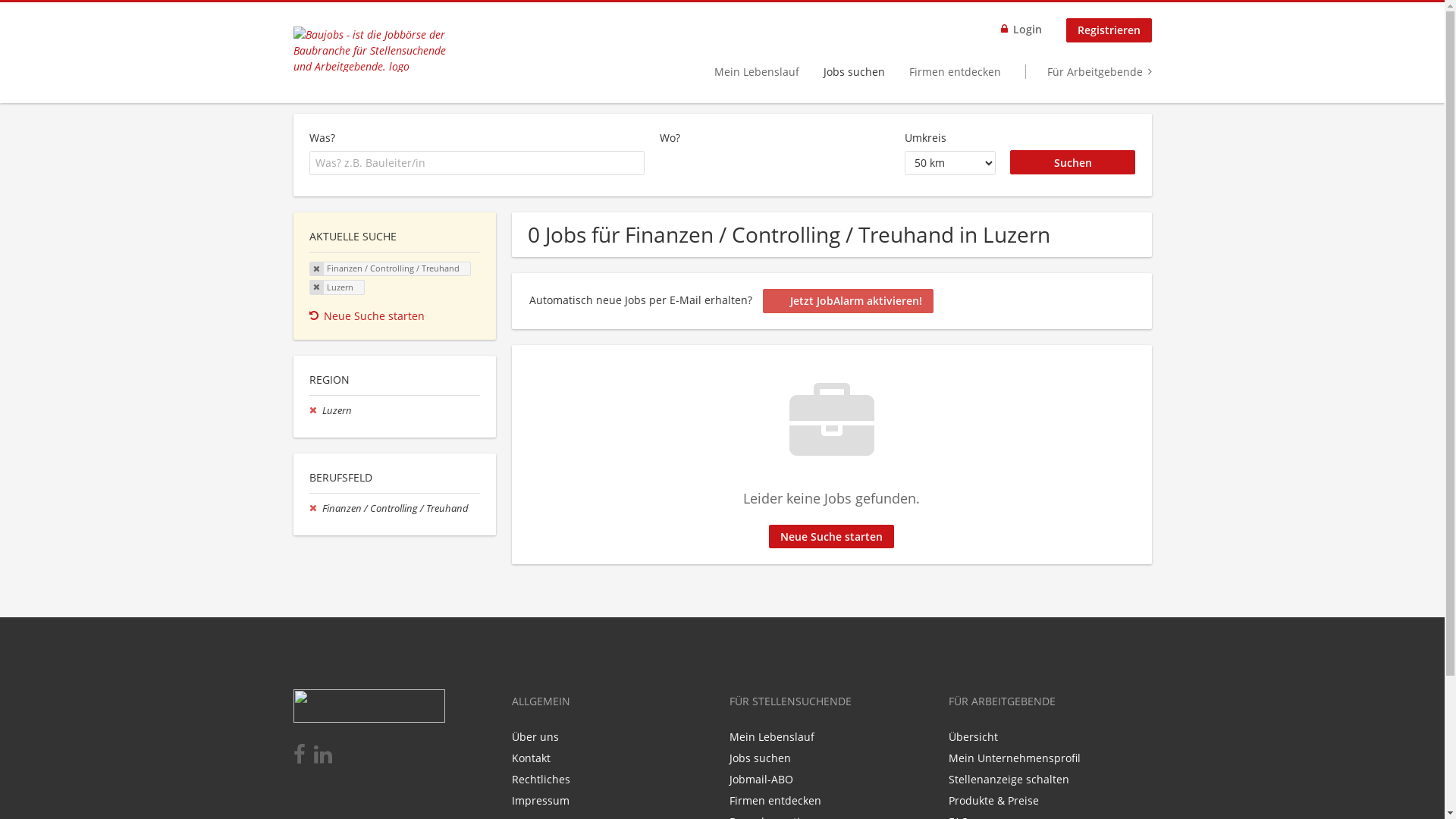 This screenshot has height=819, width=1456. I want to click on 'Login', so click(1021, 30).